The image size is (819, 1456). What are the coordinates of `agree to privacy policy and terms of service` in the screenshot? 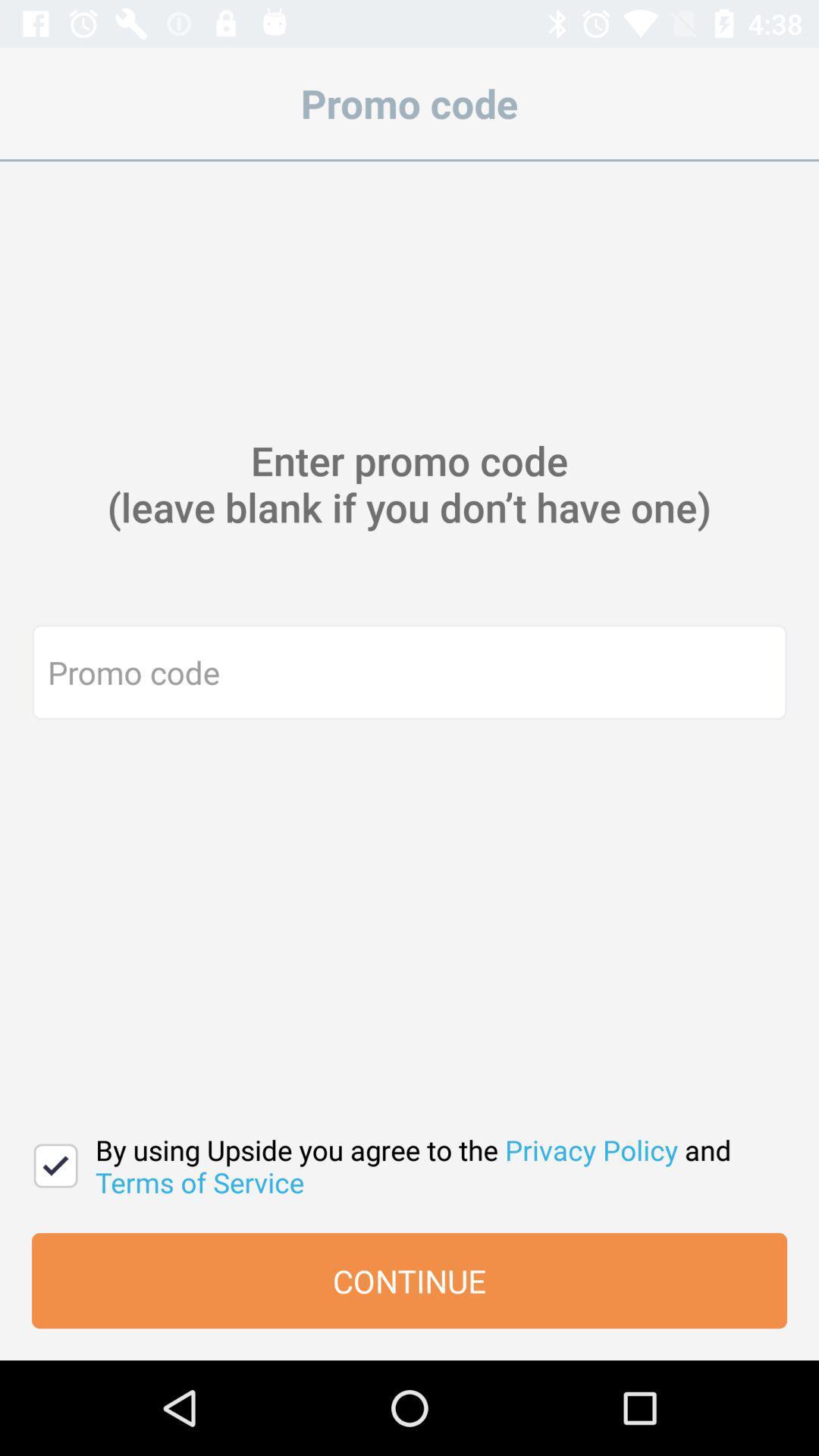 It's located at (55, 1165).